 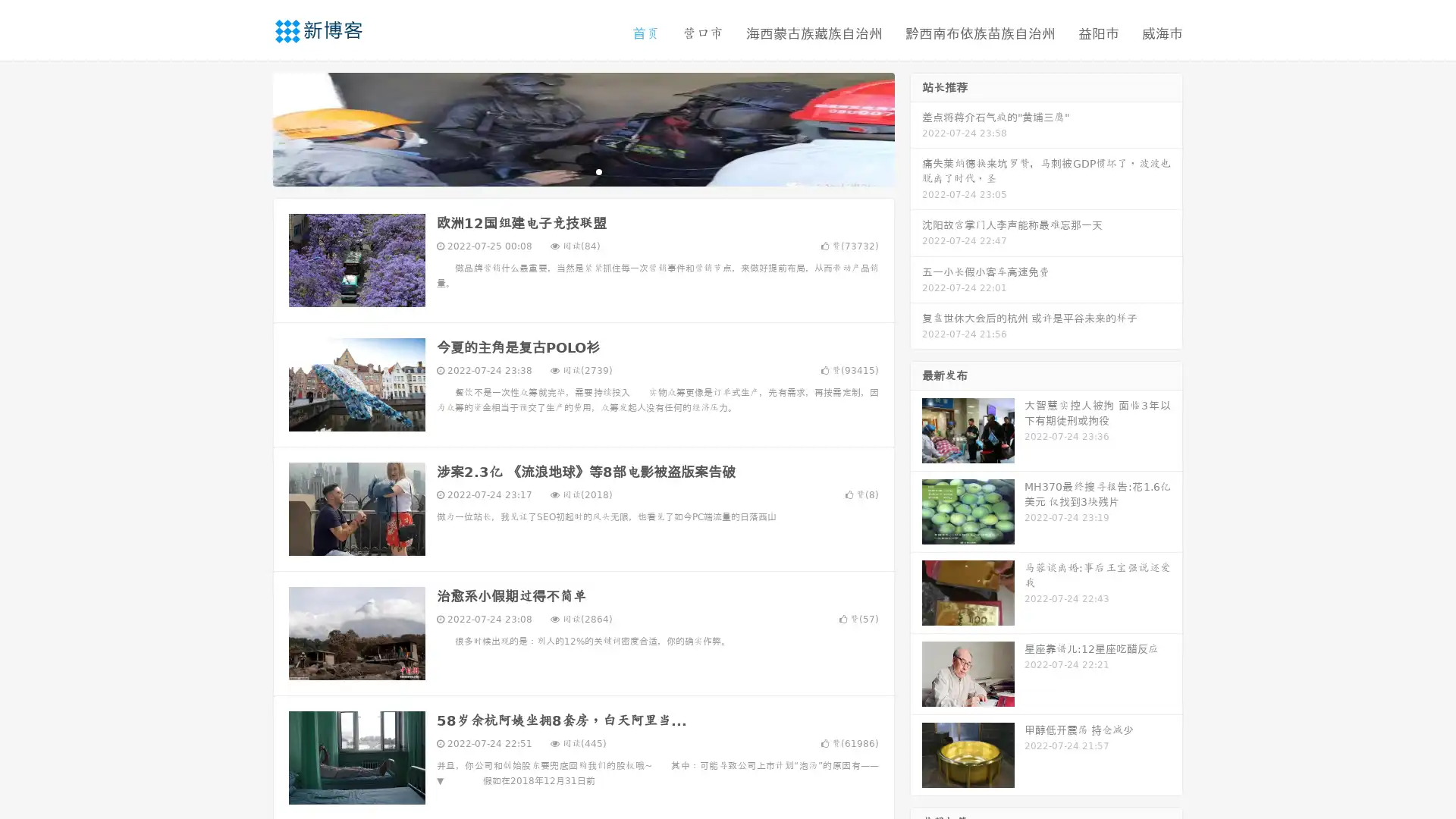 What do you see at coordinates (916, 127) in the screenshot?
I see `Next slide` at bounding box center [916, 127].